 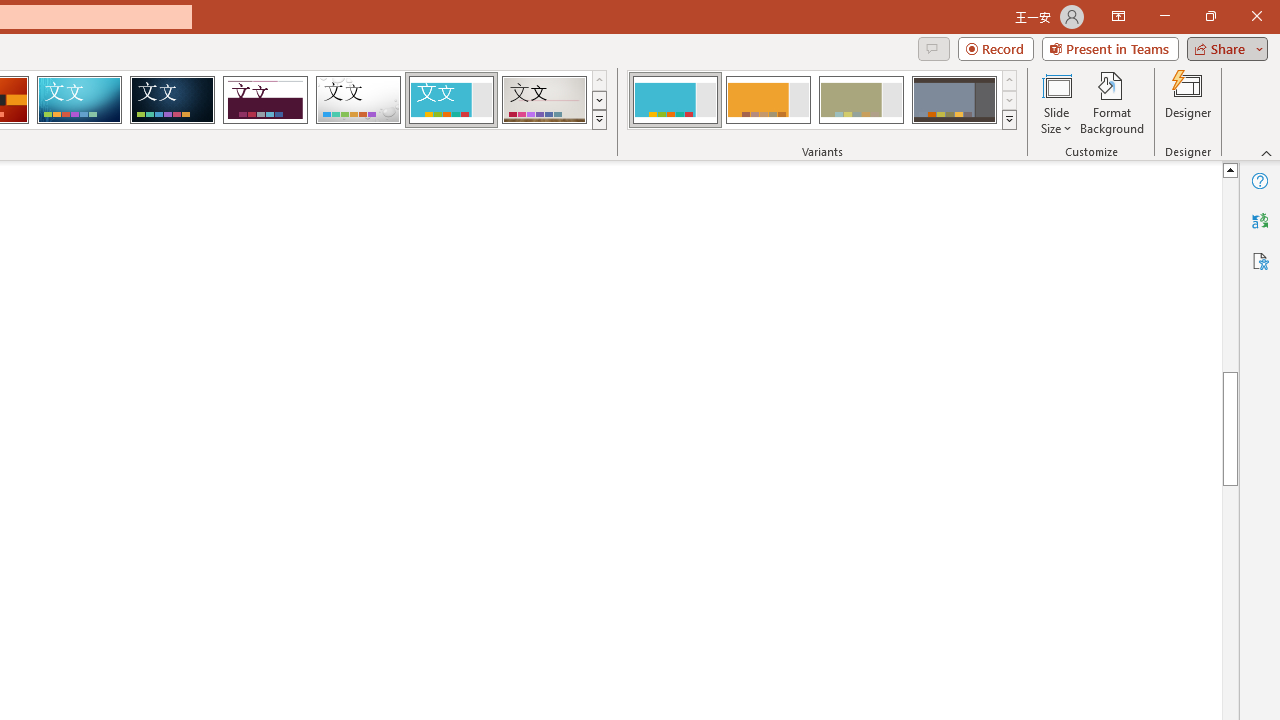 I want to click on 'Frame Variant 4', so click(x=953, y=100).